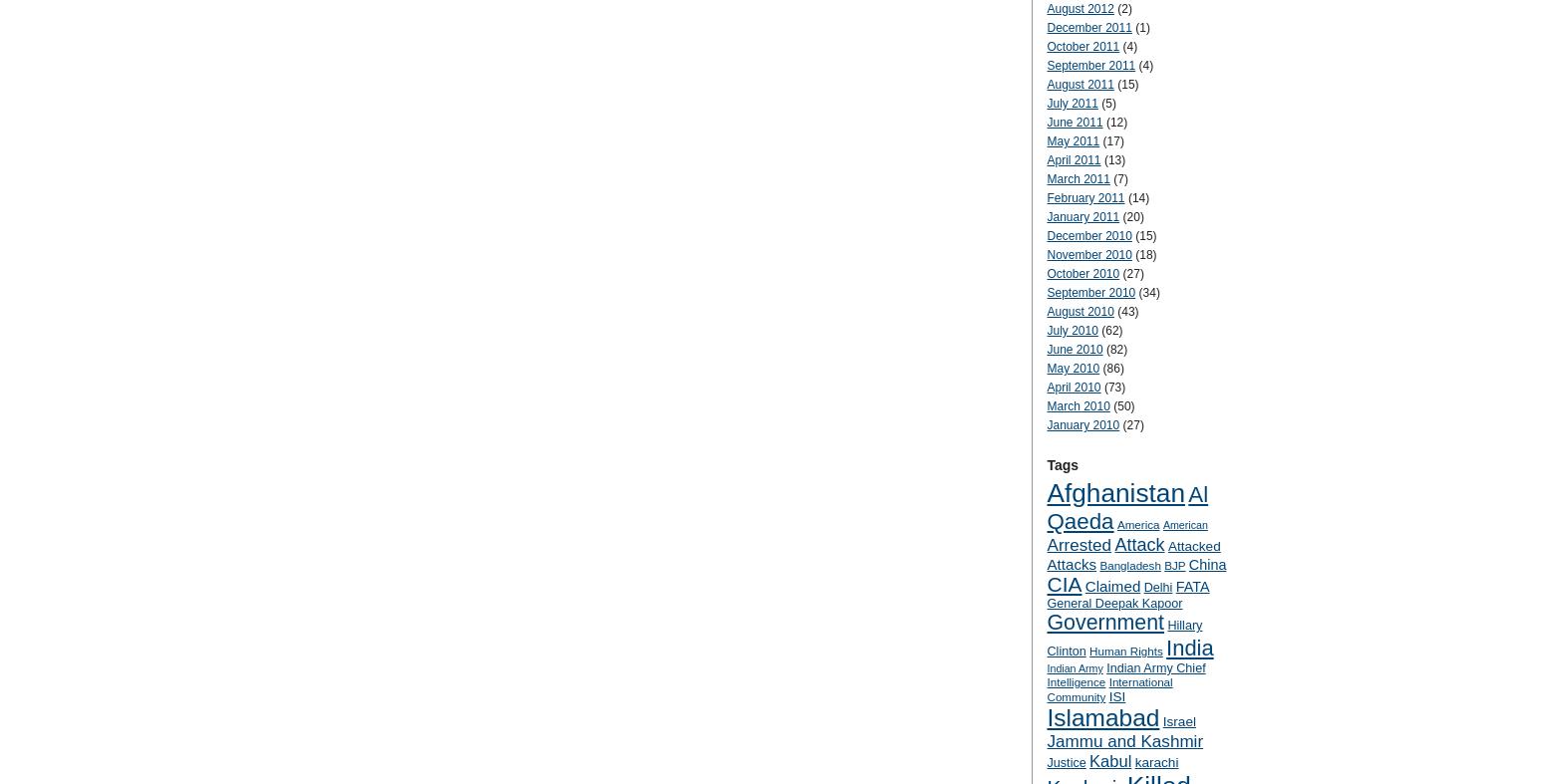  Describe the element at coordinates (1097, 564) in the screenshot. I see `'Bangladesh'` at that location.